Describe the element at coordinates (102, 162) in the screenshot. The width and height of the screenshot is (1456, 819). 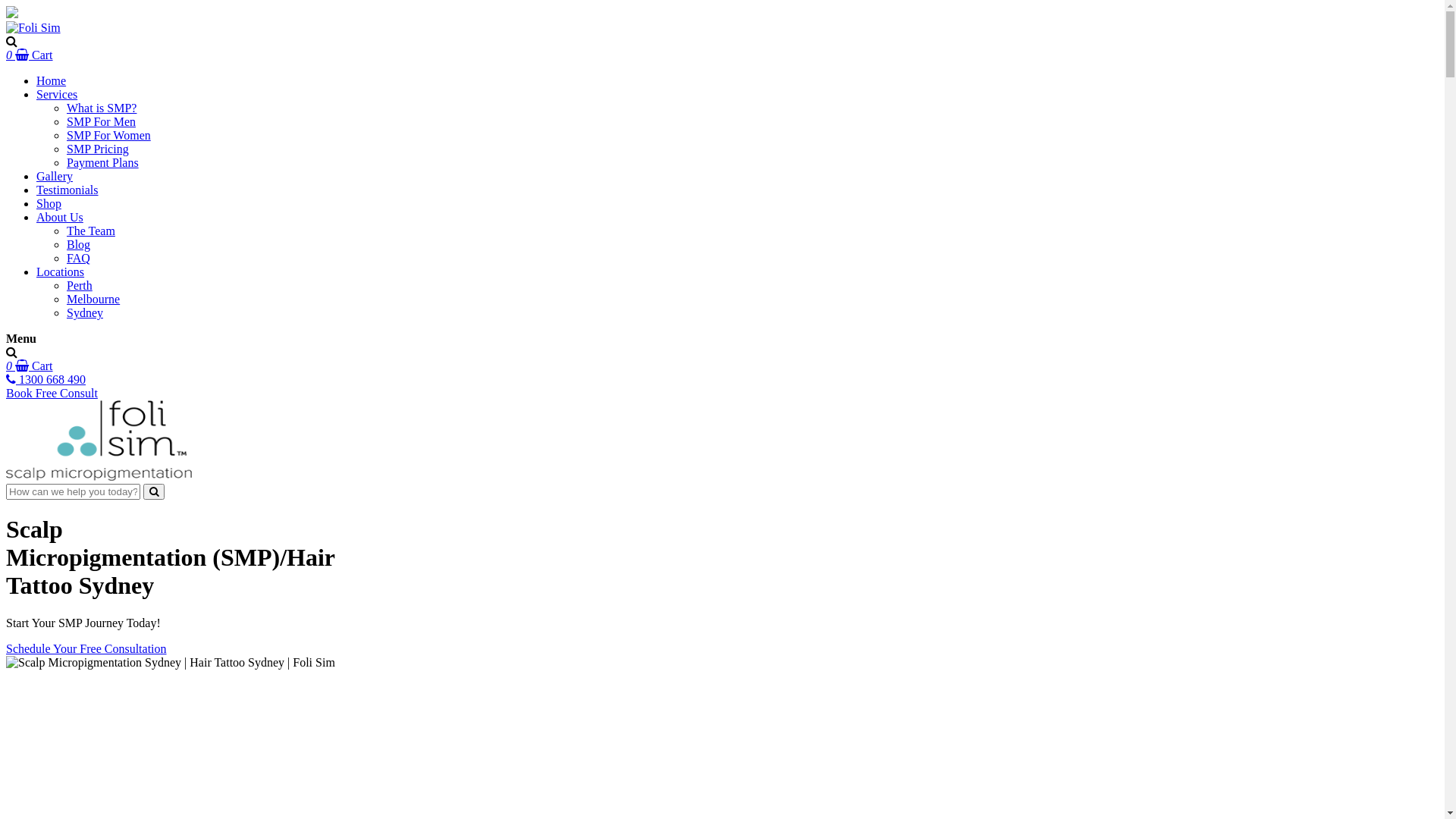
I see `'Payment Plans'` at that location.